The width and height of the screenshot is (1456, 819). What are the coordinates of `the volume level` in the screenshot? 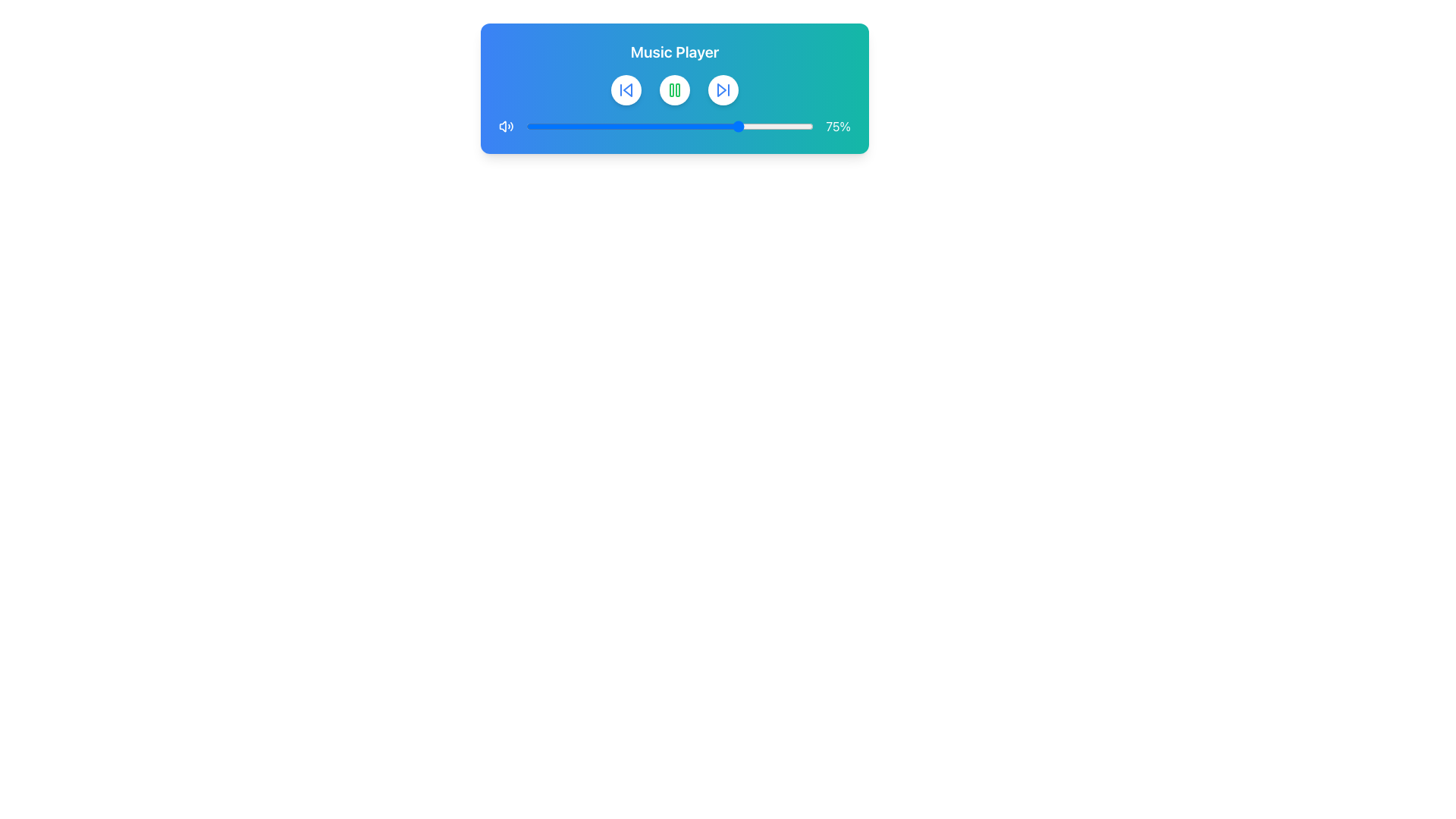 It's located at (701, 125).